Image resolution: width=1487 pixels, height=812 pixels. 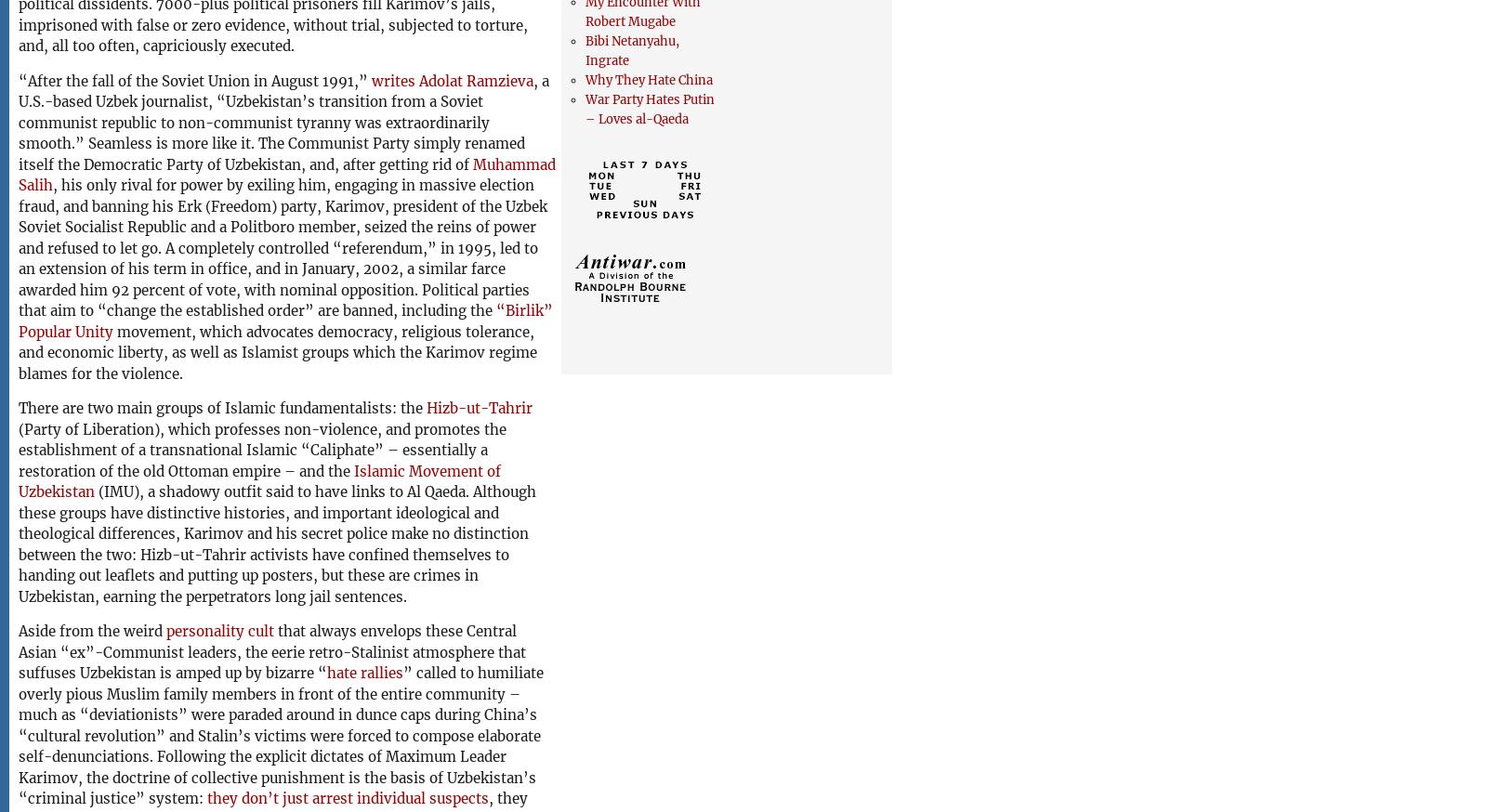 What do you see at coordinates (281, 735) in the screenshot?
I see `'” called to humiliate overly pious Muslim family members in front of the entire community – much as “deviationists” were paraded around in dunce caps during China’s “cultural revolution” and Stalin’s victims were forced to compose elaborate self-denunciations. Following the explicit dictates of Maximum Leader Karimov, the doctrine of collective punishment is the basis of Uzbekistan’s “criminal justice” system:'` at bounding box center [281, 735].